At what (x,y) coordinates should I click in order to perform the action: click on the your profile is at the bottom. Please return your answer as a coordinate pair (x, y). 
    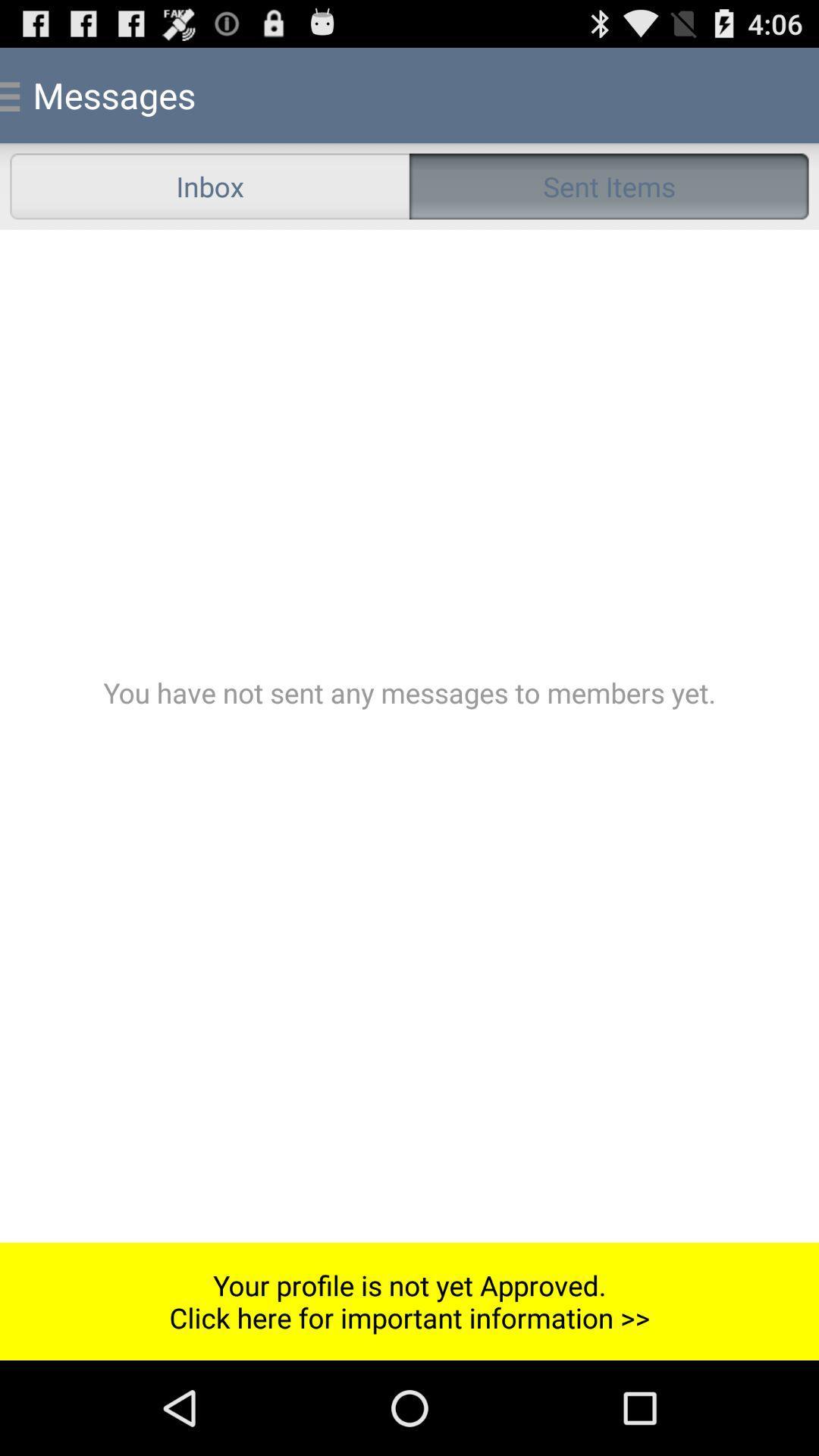
    Looking at the image, I should click on (409, 1301).